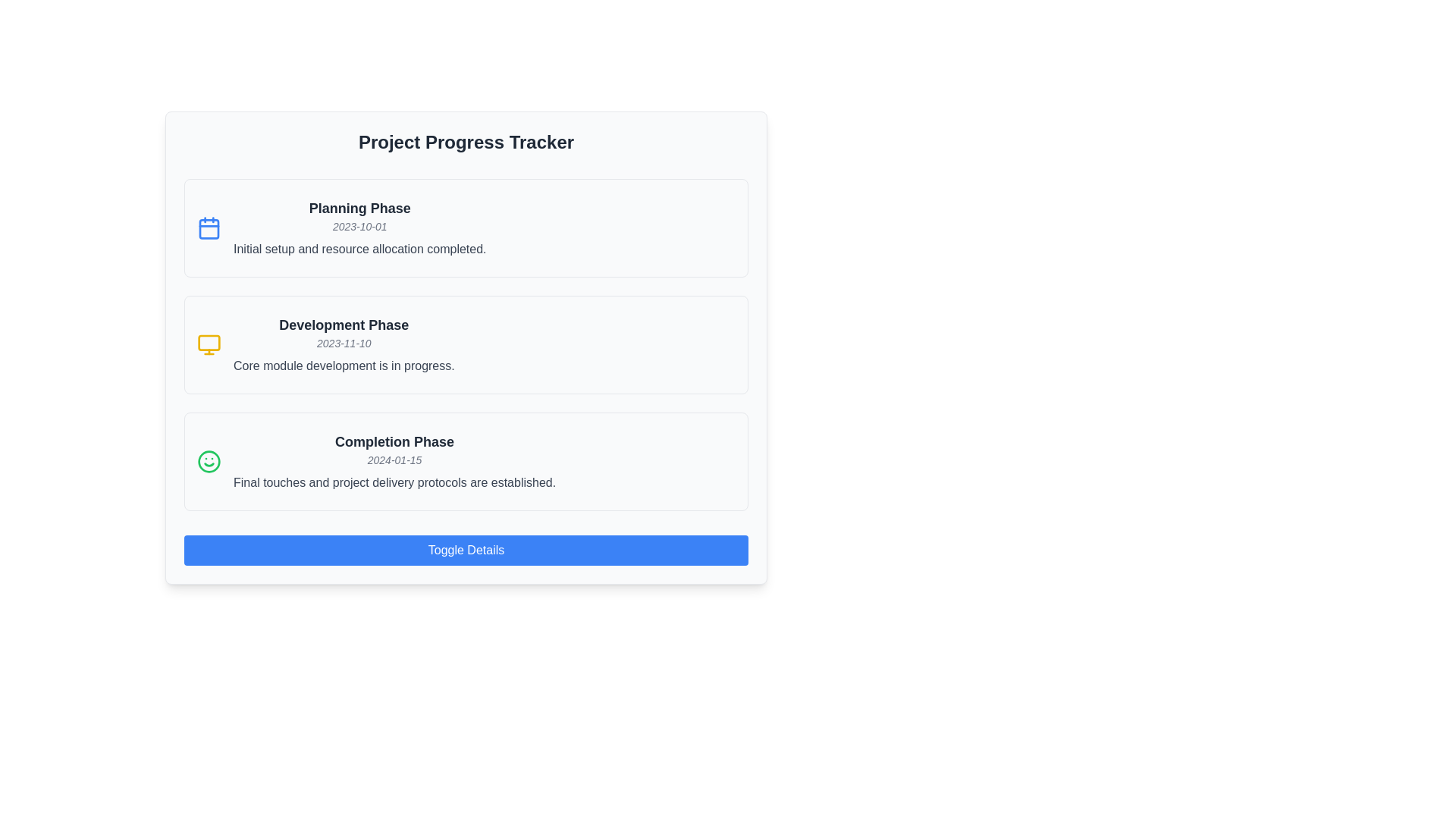  Describe the element at coordinates (343, 345) in the screenshot. I see `the Informational Text Block that indicates the current development phase of a project, located between the 'Planning Phase' above and the 'Completion Phase' below` at that location.